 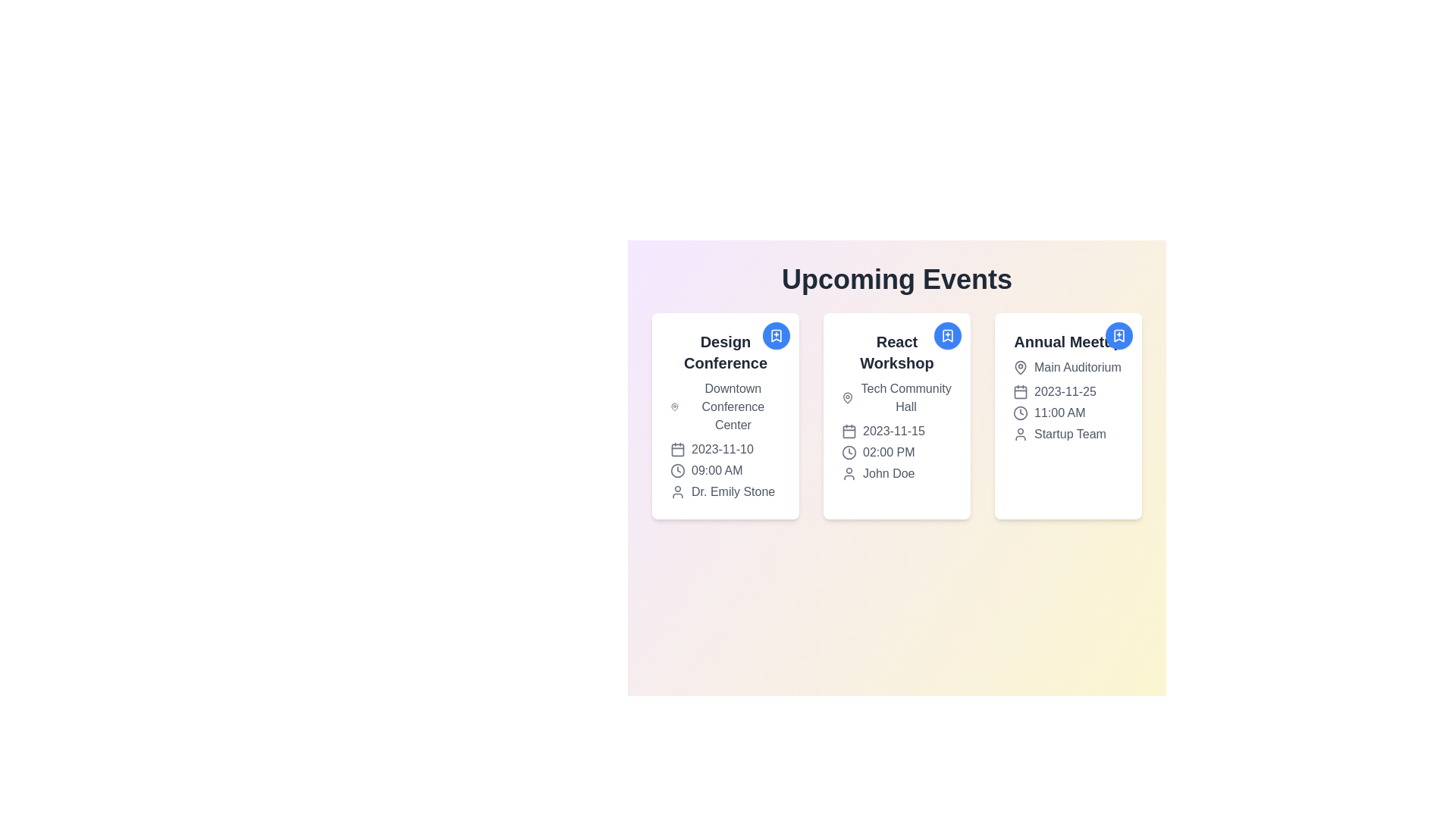 I want to click on the bookmark icon in the top-right corner of the React Workshop card to bookmark the event, so click(x=946, y=335).